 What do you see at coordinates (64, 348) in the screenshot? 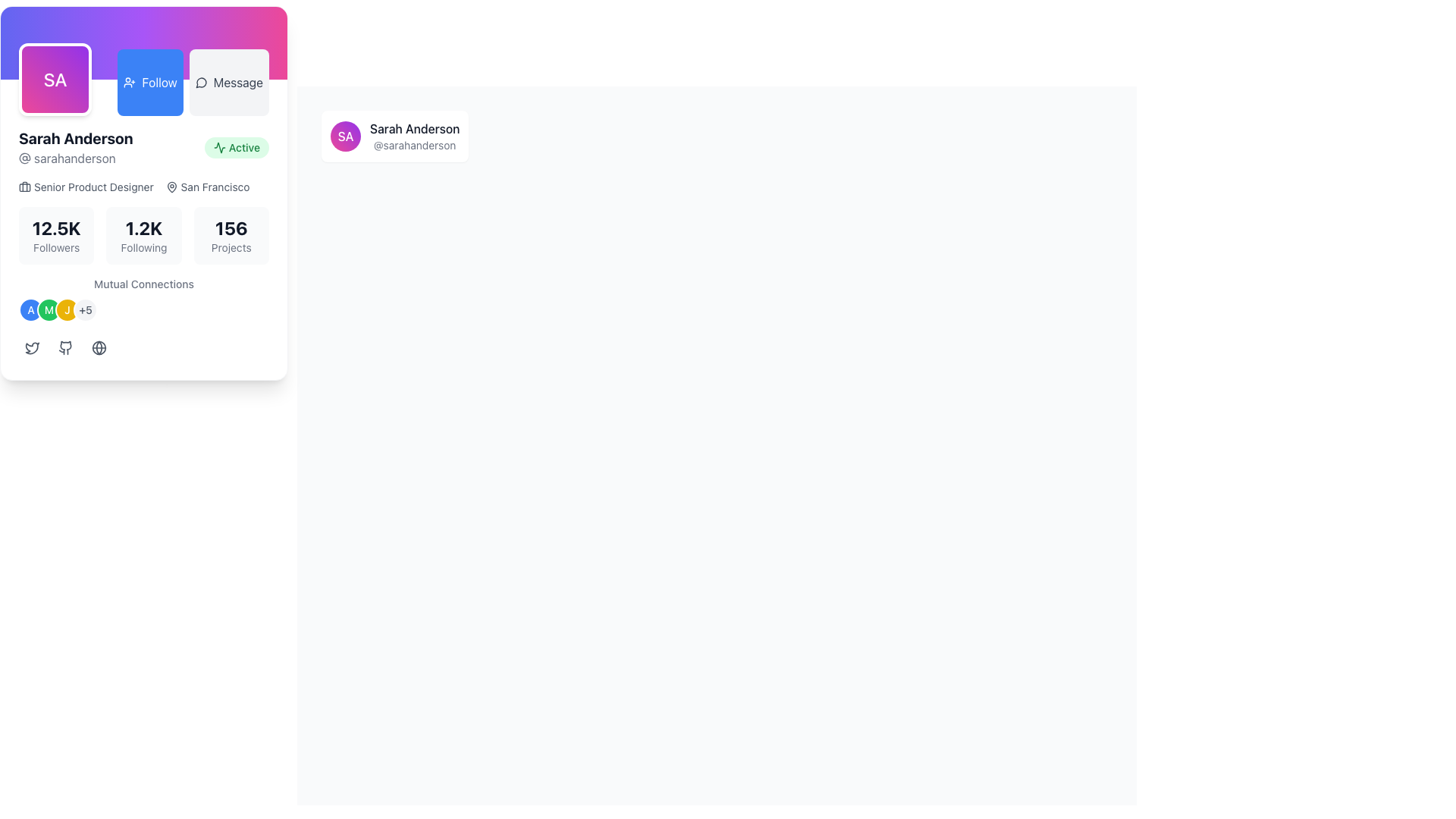
I see `the central SVG icon in the bottom left of the main profile card` at bounding box center [64, 348].